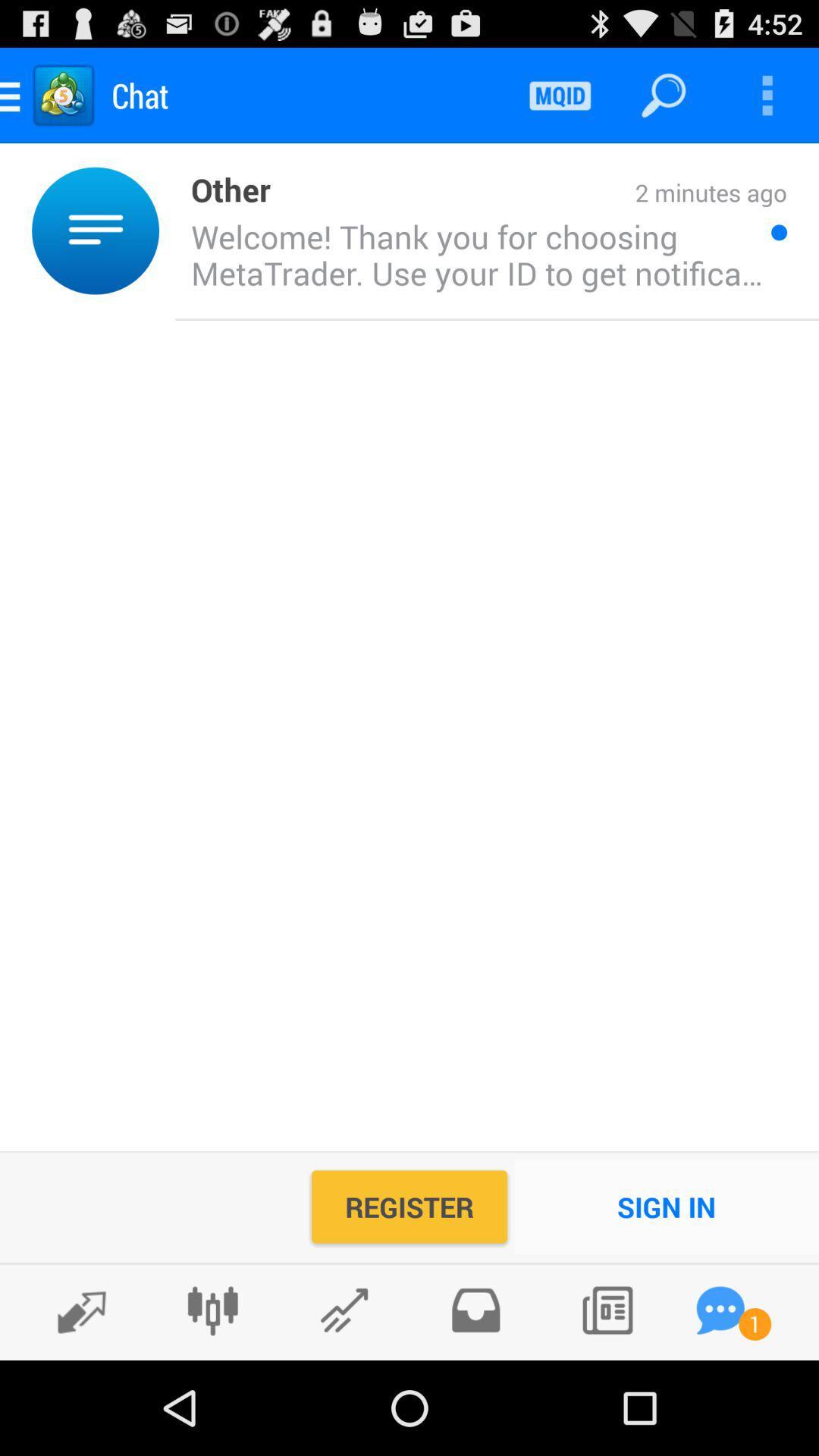 The height and width of the screenshot is (1456, 819). Describe the element at coordinates (167, 230) in the screenshot. I see `item next to other icon` at that location.